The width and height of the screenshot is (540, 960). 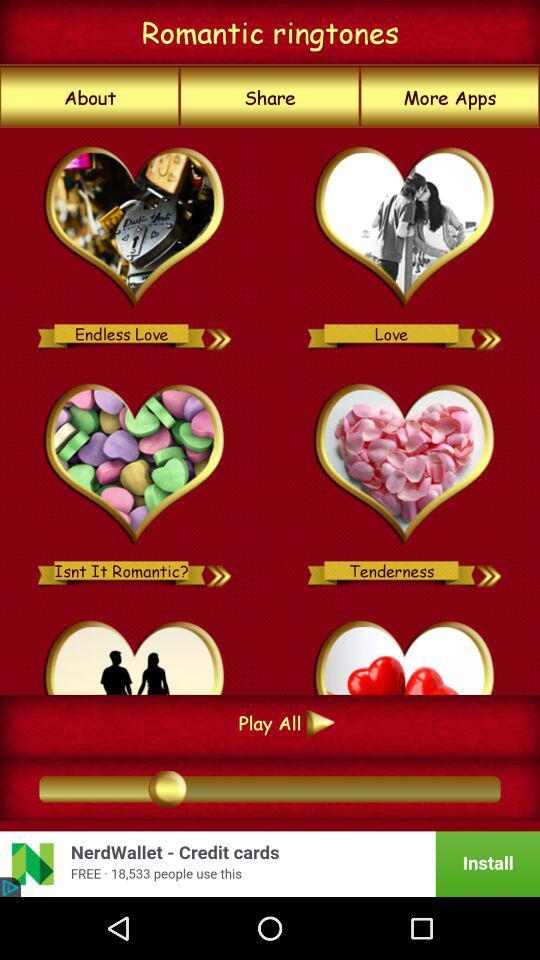 What do you see at coordinates (405, 653) in the screenshot?
I see `ringtone` at bounding box center [405, 653].